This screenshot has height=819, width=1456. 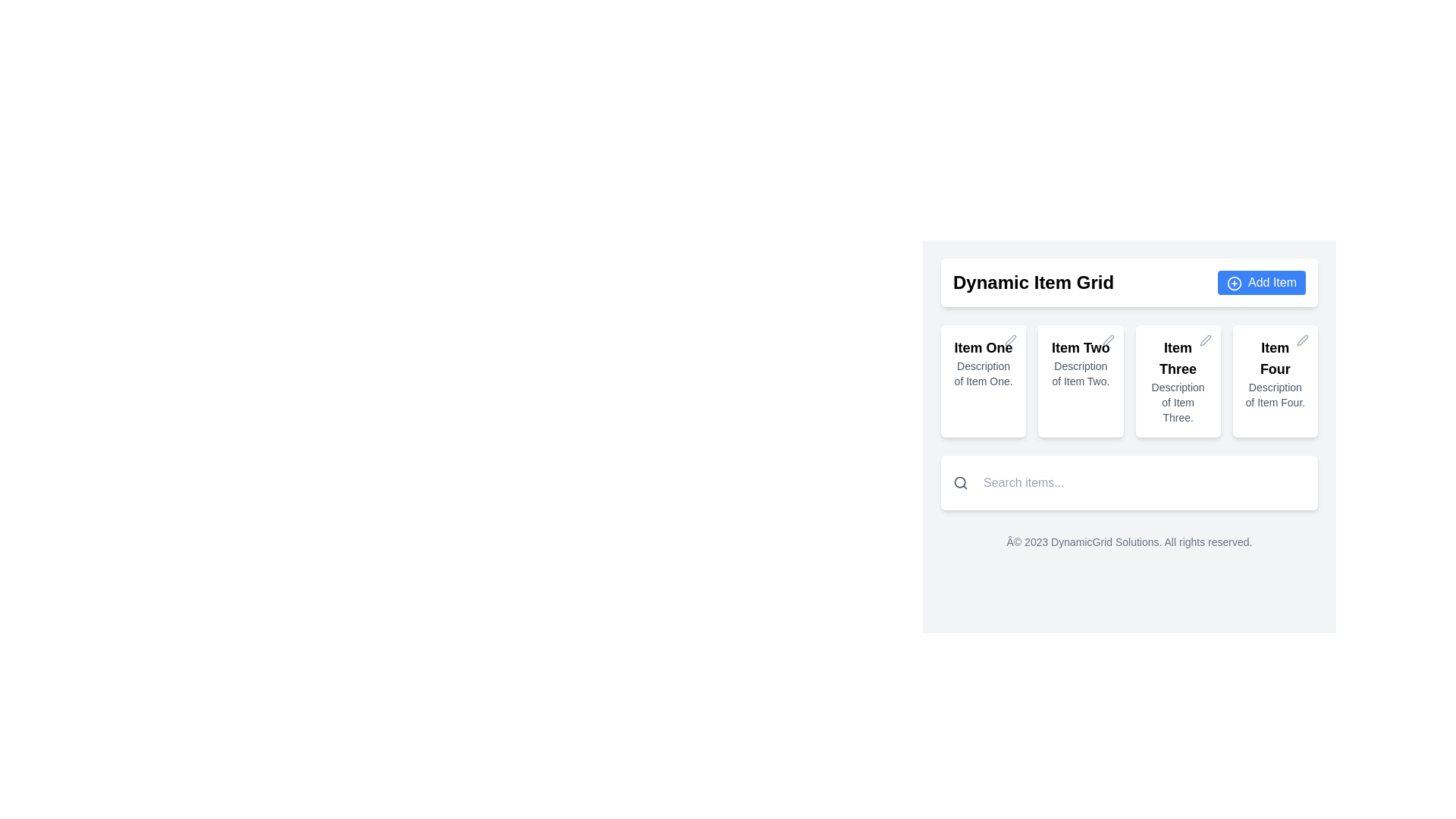 What do you see at coordinates (1033, 283) in the screenshot?
I see `text from the bold and large font label that displays 'Dynamic Item Grid', located to the left of the blue button labeled 'Add Item'` at bounding box center [1033, 283].